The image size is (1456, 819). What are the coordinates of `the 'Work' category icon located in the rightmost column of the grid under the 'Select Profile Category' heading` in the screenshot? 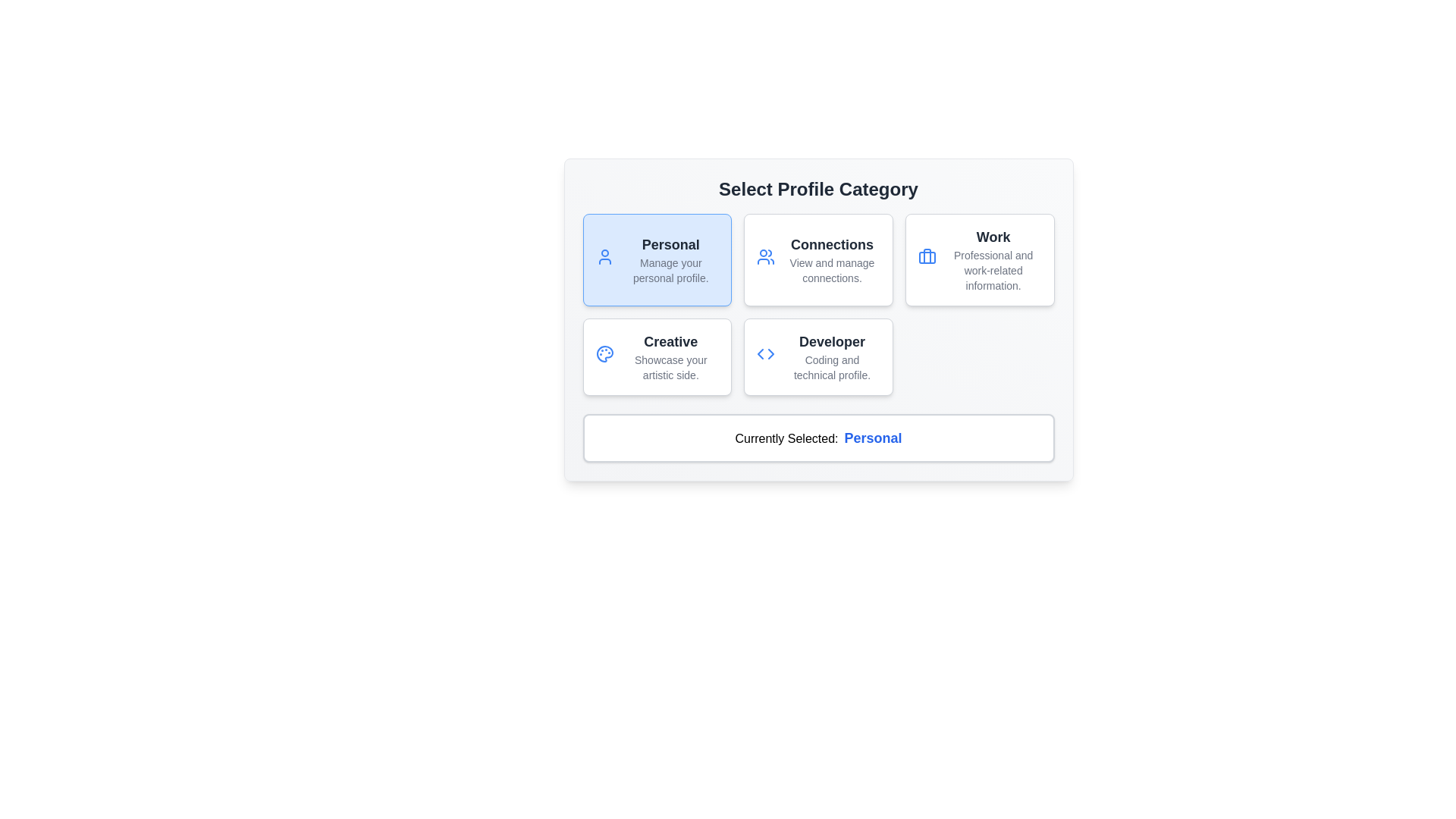 It's located at (926, 259).